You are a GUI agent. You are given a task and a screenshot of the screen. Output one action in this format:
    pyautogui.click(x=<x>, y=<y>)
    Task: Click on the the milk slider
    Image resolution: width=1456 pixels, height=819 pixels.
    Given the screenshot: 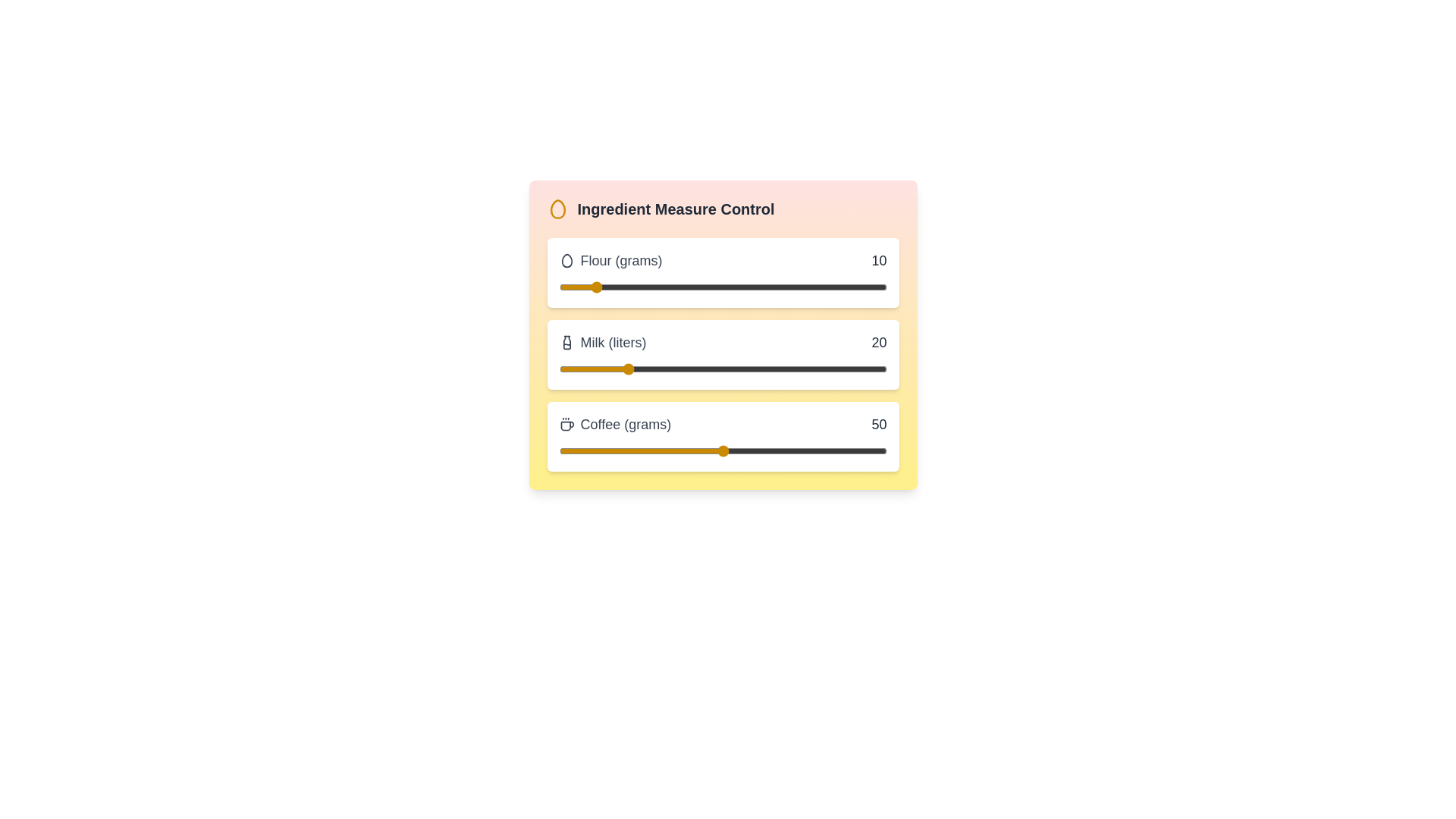 What is the action you would take?
    pyautogui.click(x=702, y=369)
    